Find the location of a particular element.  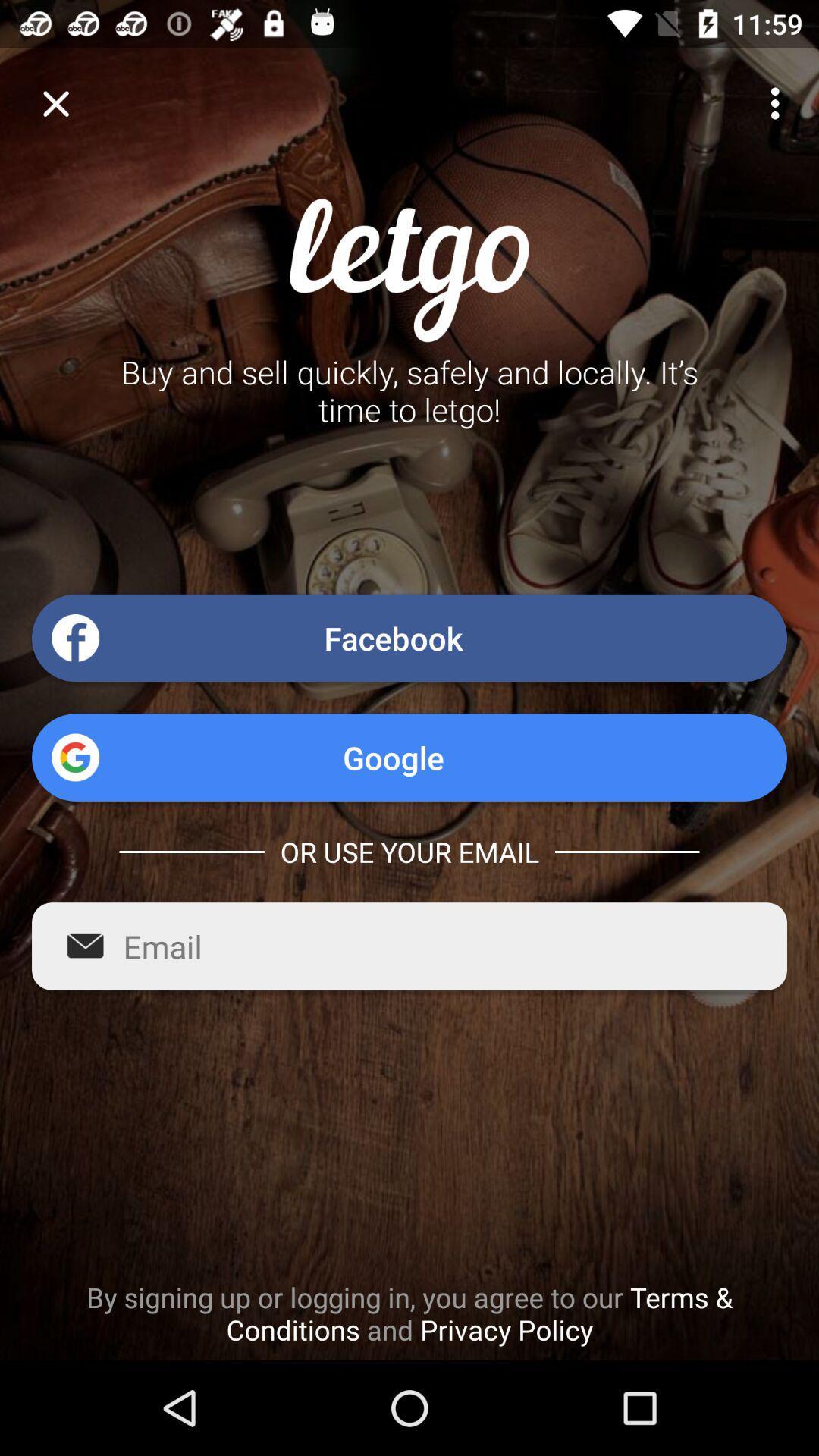

facebook icon is located at coordinates (409, 638).